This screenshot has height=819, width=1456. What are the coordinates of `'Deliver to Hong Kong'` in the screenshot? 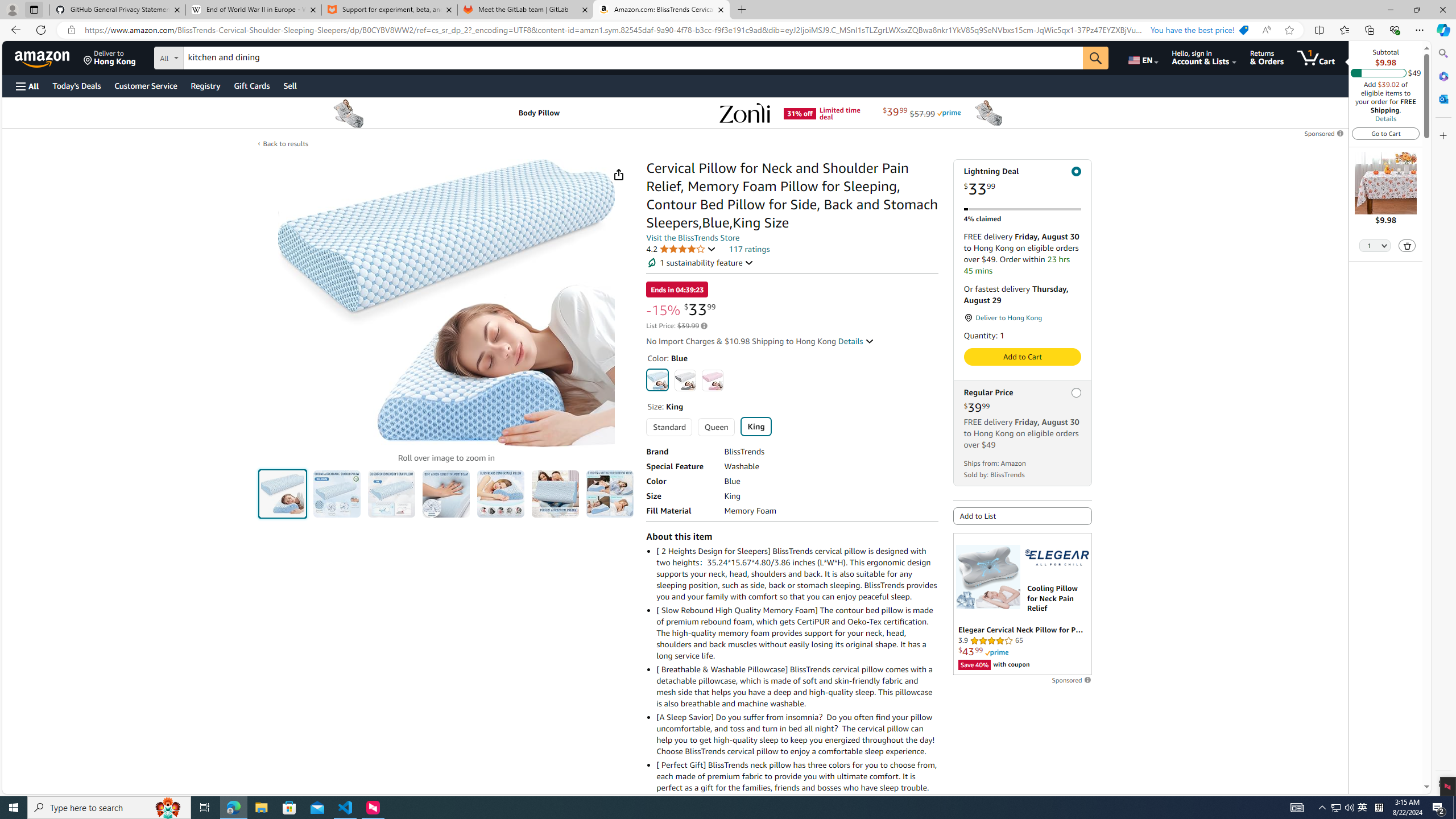 It's located at (109, 57).